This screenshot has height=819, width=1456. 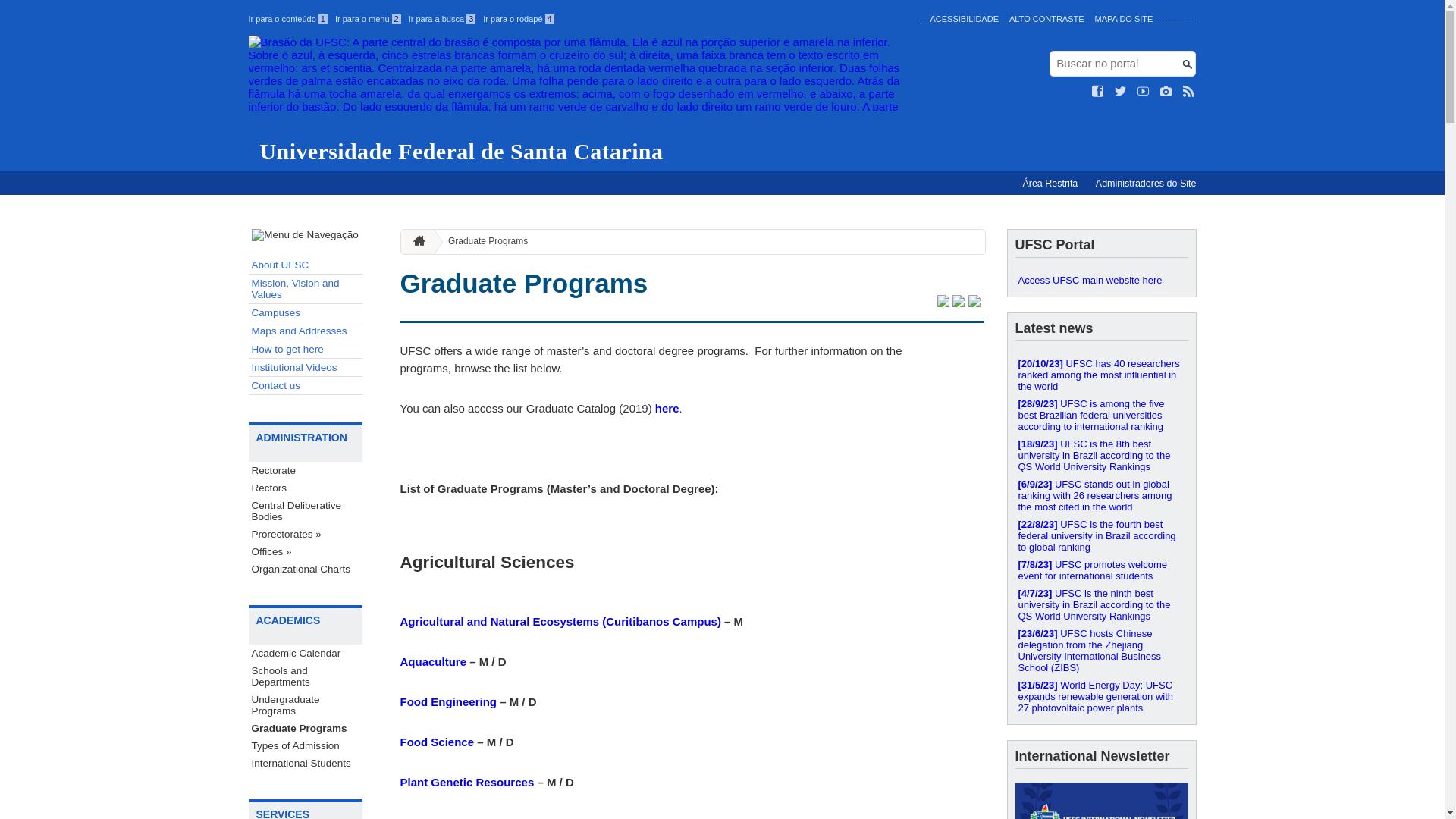 What do you see at coordinates (1046, 18) in the screenshot?
I see `'ALTO CONTRASTE'` at bounding box center [1046, 18].